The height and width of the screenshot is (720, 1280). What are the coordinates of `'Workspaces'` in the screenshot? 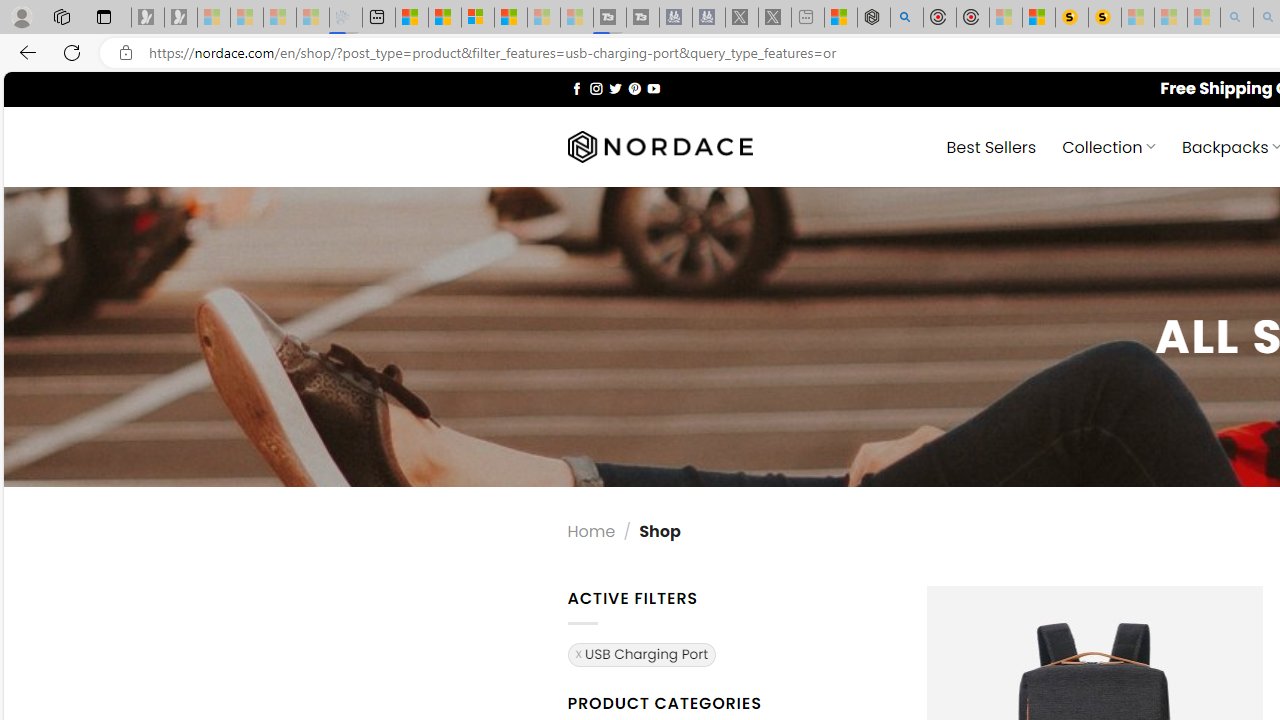 It's located at (61, 16).